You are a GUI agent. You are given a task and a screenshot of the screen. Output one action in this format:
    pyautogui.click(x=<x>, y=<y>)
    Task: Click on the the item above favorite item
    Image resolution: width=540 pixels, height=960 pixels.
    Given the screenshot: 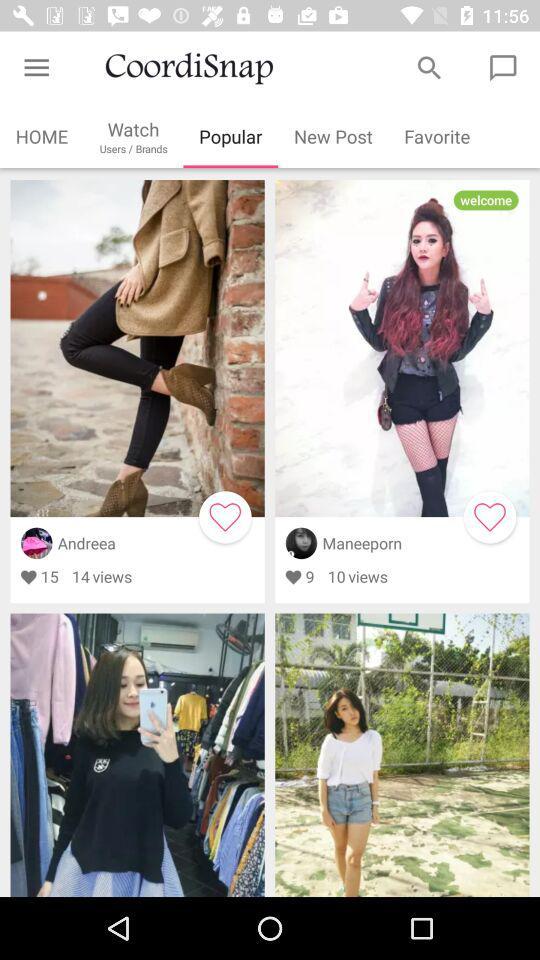 What is the action you would take?
    pyautogui.click(x=428, y=68)
    